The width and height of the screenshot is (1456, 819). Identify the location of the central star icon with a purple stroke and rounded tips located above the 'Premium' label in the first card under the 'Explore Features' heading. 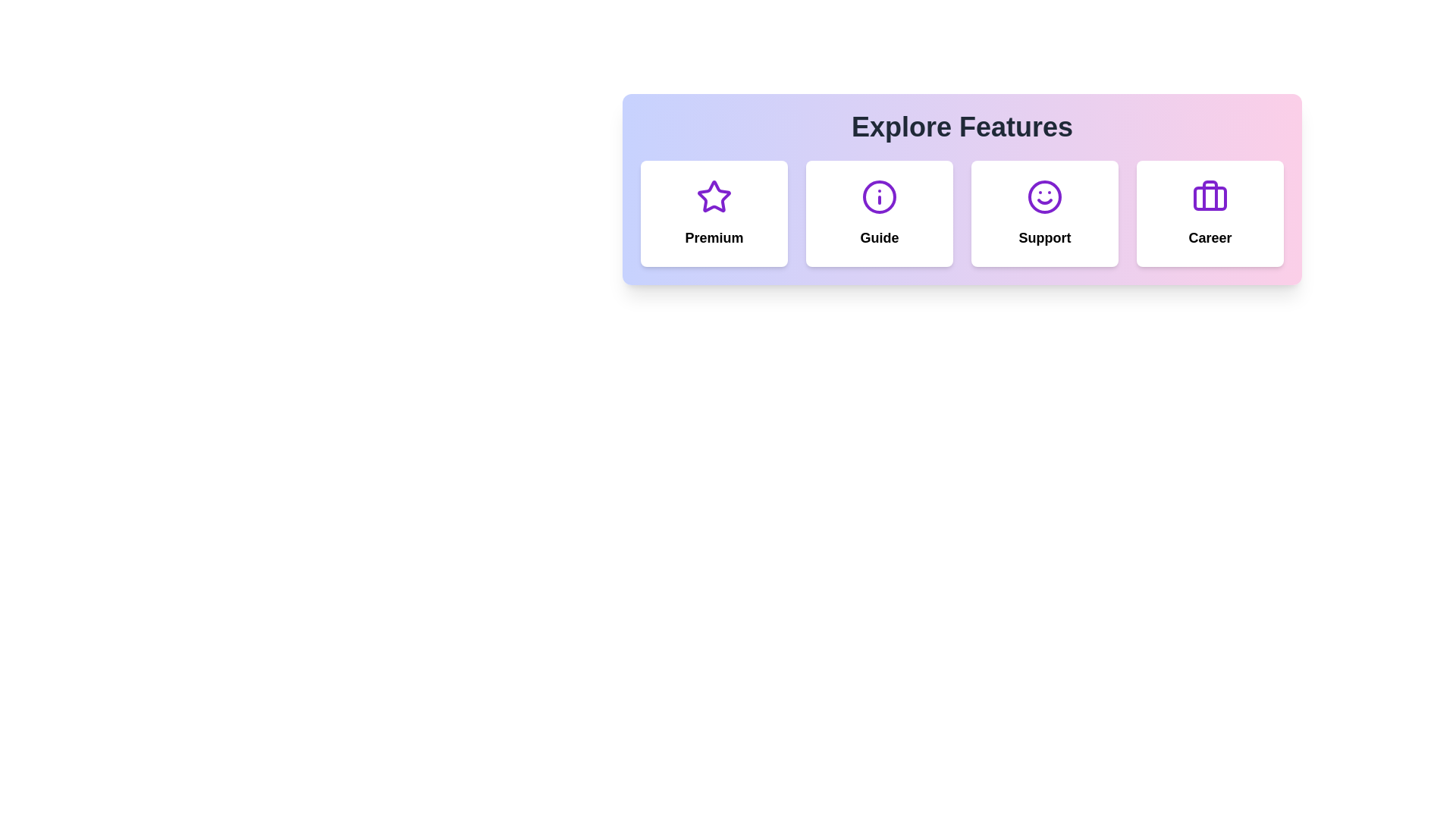
(713, 196).